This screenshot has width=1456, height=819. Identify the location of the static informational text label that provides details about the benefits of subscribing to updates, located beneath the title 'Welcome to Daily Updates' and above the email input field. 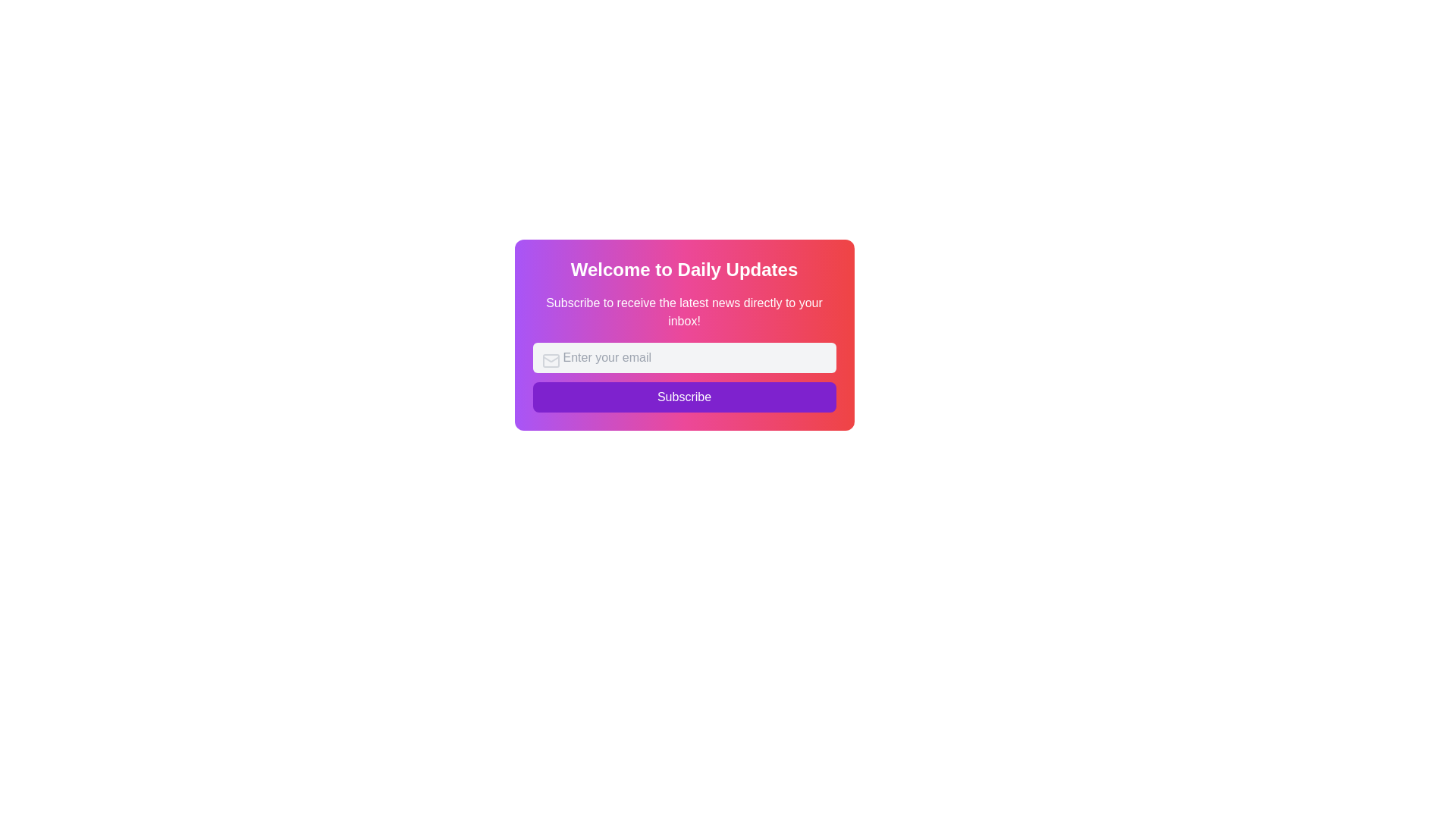
(683, 312).